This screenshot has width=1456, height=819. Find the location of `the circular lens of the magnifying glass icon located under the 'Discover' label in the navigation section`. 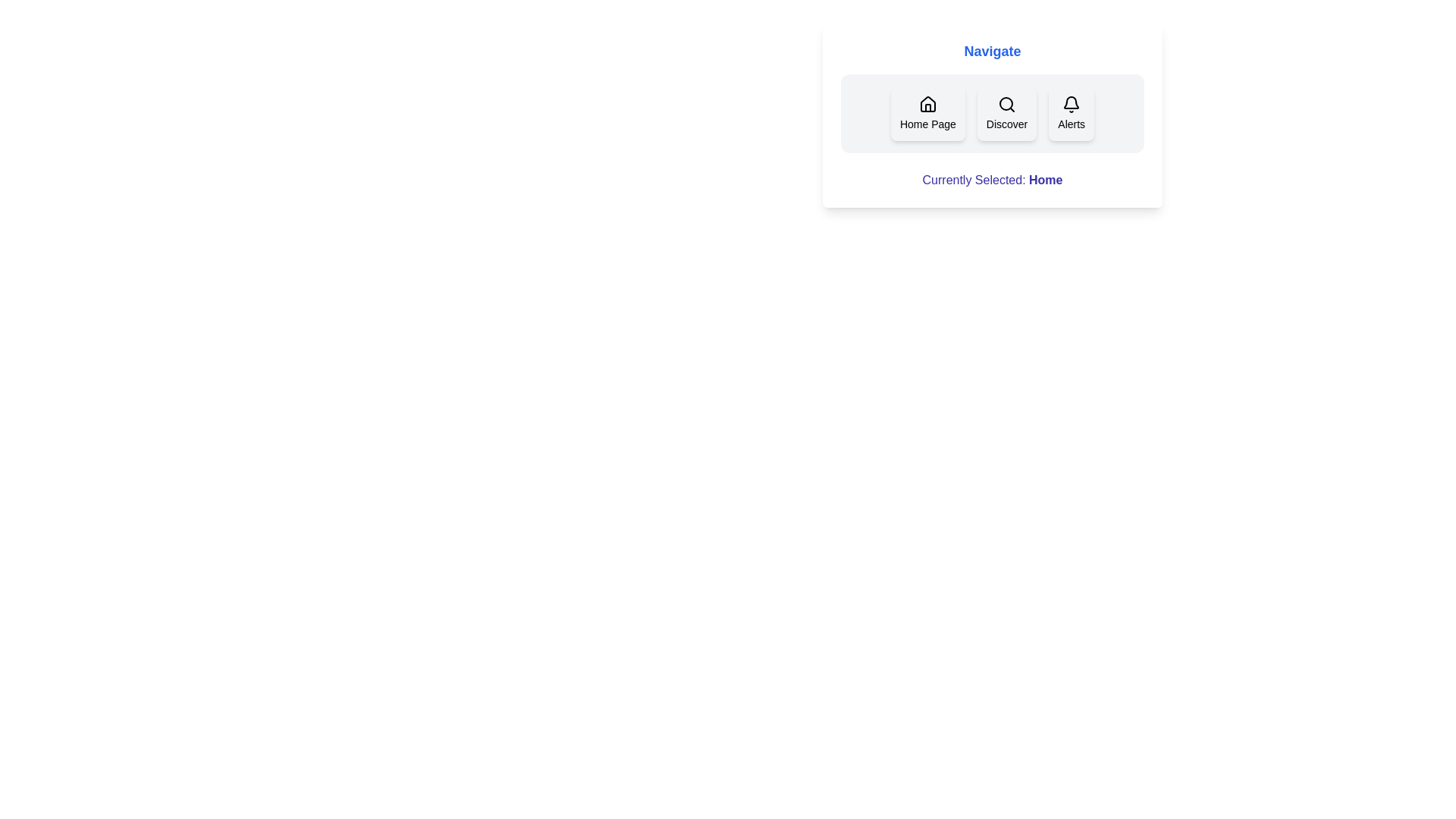

the circular lens of the magnifying glass icon located under the 'Discover' label in the navigation section is located at coordinates (1006, 103).